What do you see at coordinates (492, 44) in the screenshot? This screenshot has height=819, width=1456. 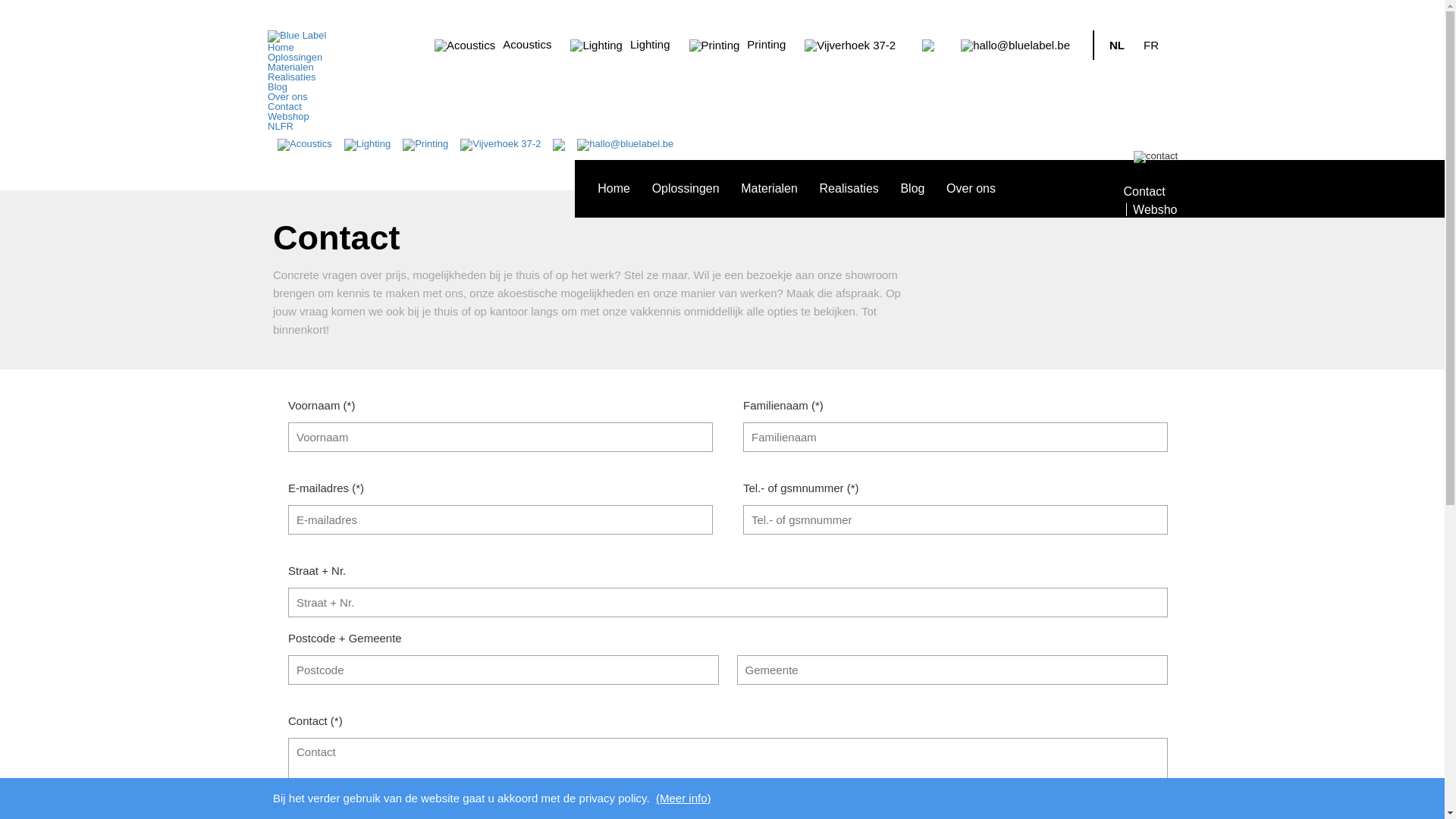 I see `'Acoustics'` at bounding box center [492, 44].